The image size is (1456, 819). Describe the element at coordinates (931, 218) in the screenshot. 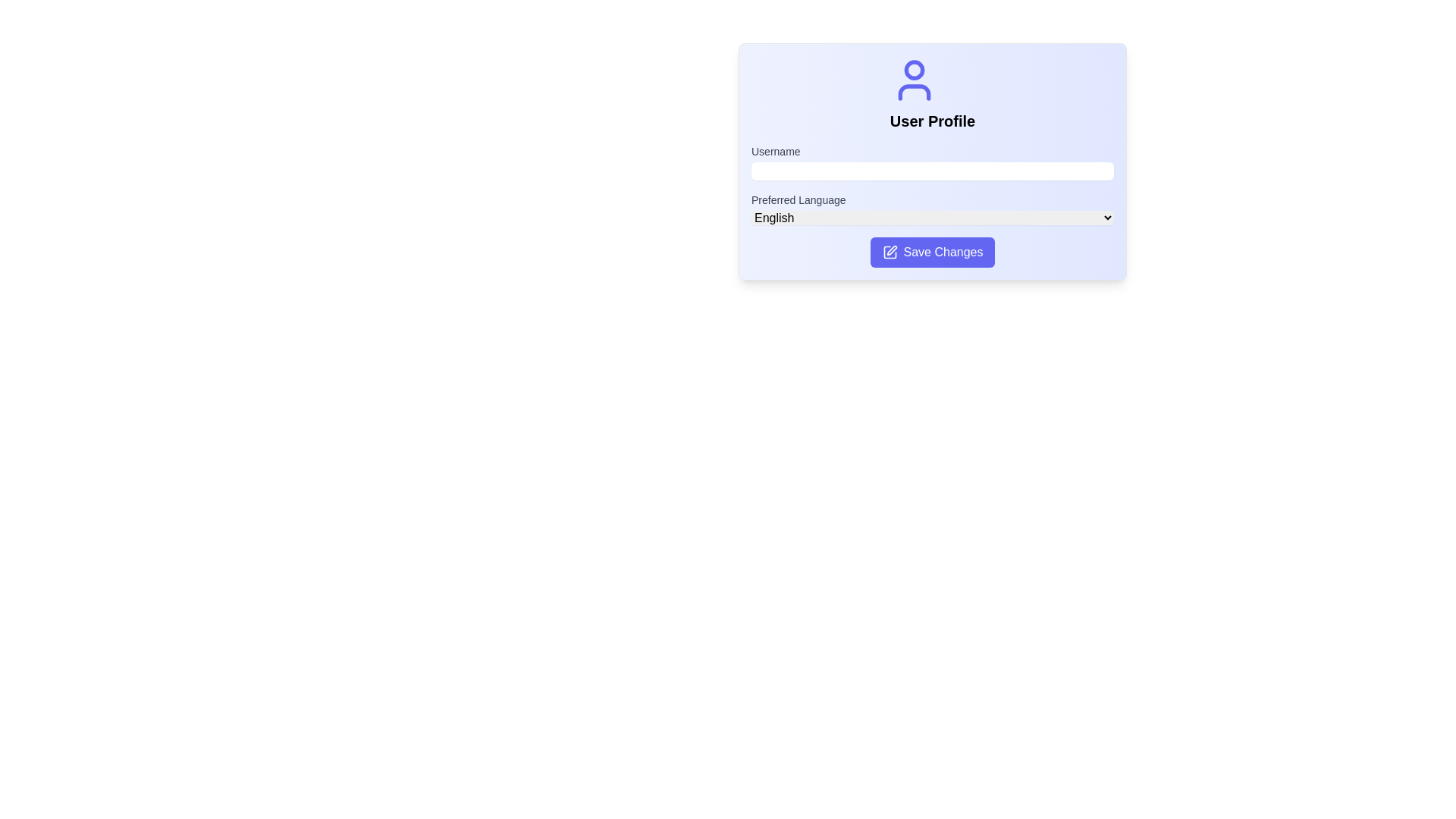

I see `an option from the dropdown menu labeled 'Preferred Language', located centrally below the 'Username' input field` at that location.